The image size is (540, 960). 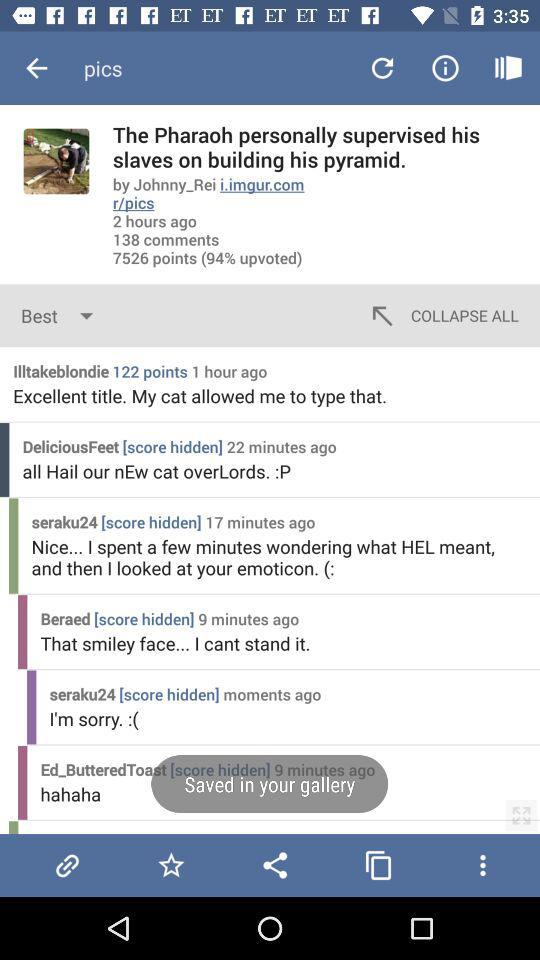 What do you see at coordinates (67, 864) in the screenshot?
I see `open link` at bounding box center [67, 864].